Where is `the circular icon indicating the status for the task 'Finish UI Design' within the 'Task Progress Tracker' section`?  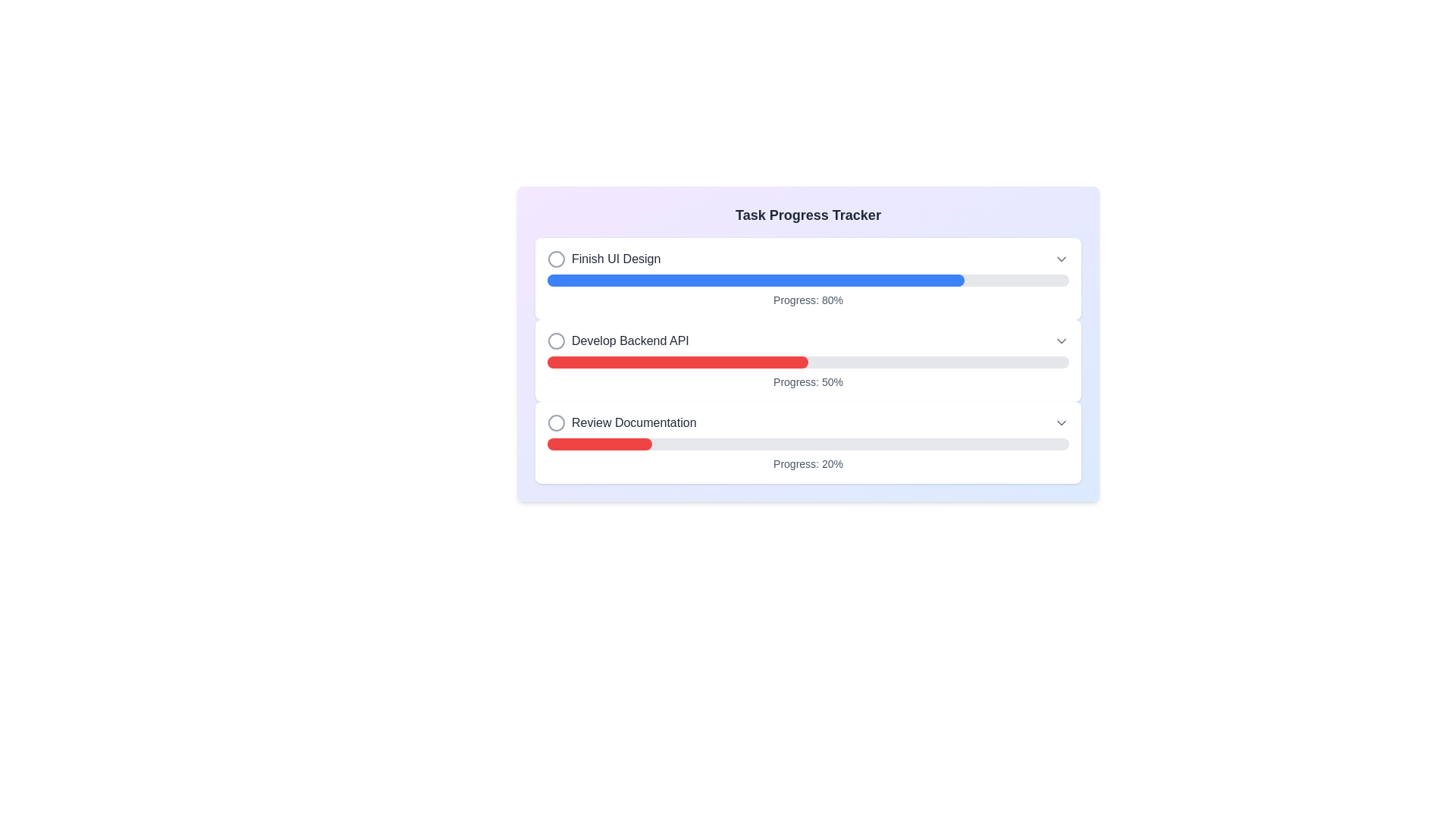 the circular icon indicating the status for the task 'Finish UI Design' within the 'Task Progress Tracker' section is located at coordinates (556, 259).